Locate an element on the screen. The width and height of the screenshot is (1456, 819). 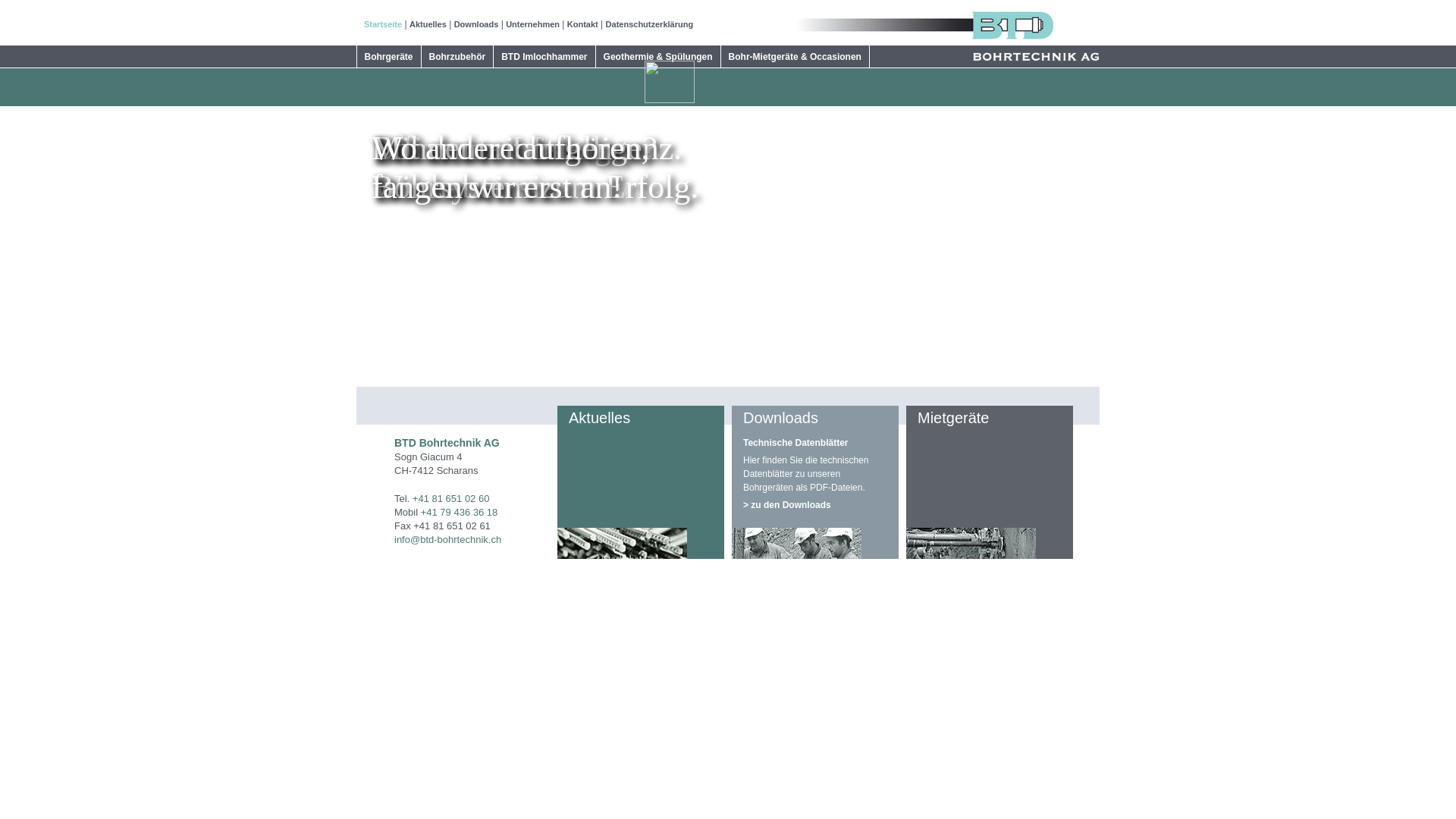
'info@btd-bohrtechnik.ch' is located at coordinates (394, 538).